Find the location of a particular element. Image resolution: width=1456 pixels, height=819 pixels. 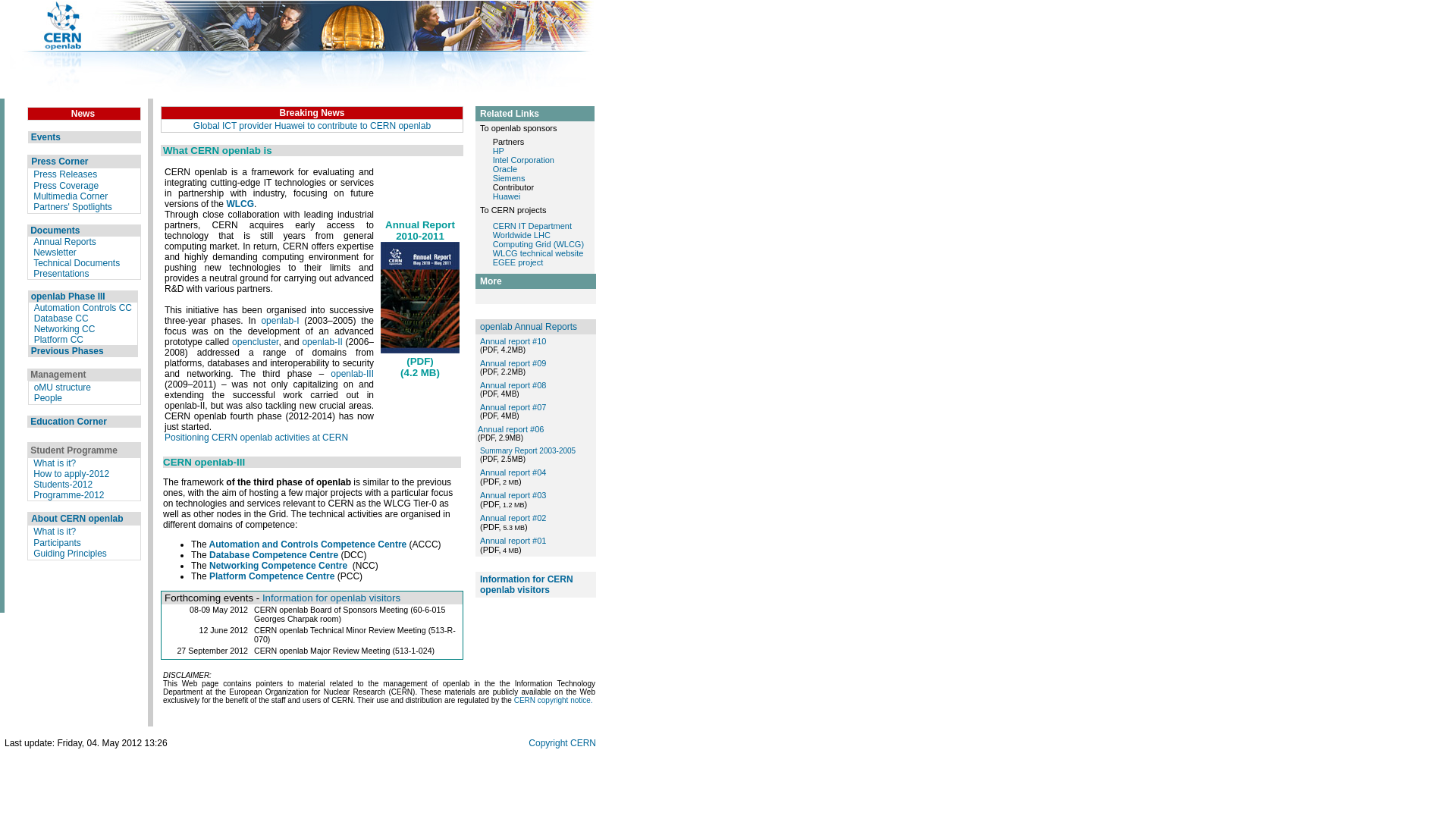

'WLCG' is located at coordinates (239, 203).